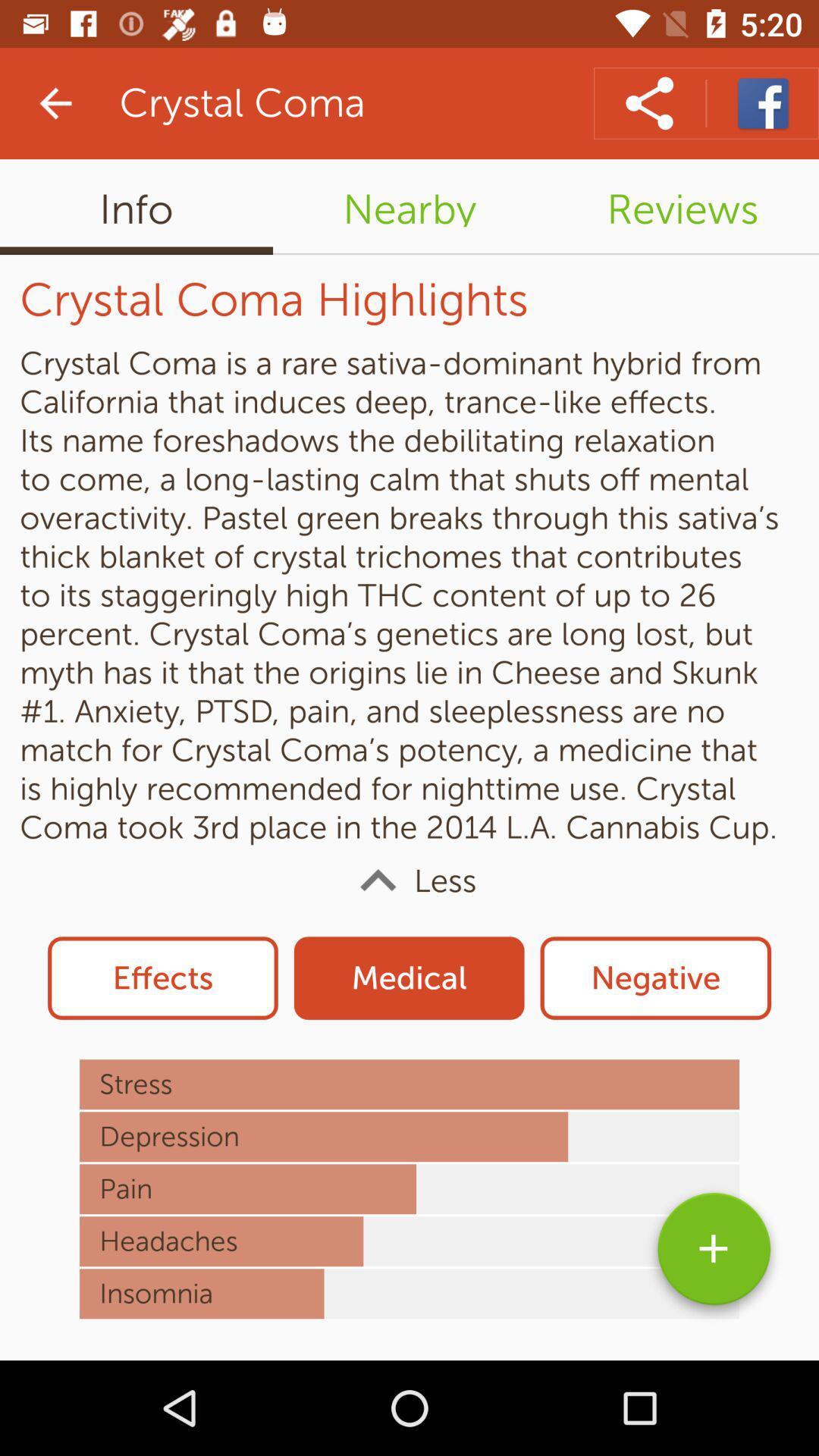 This screenshot has width=819, height=1456. Describe the element at coordinates (648, 103) in the screenshot. I see `share` at that location.